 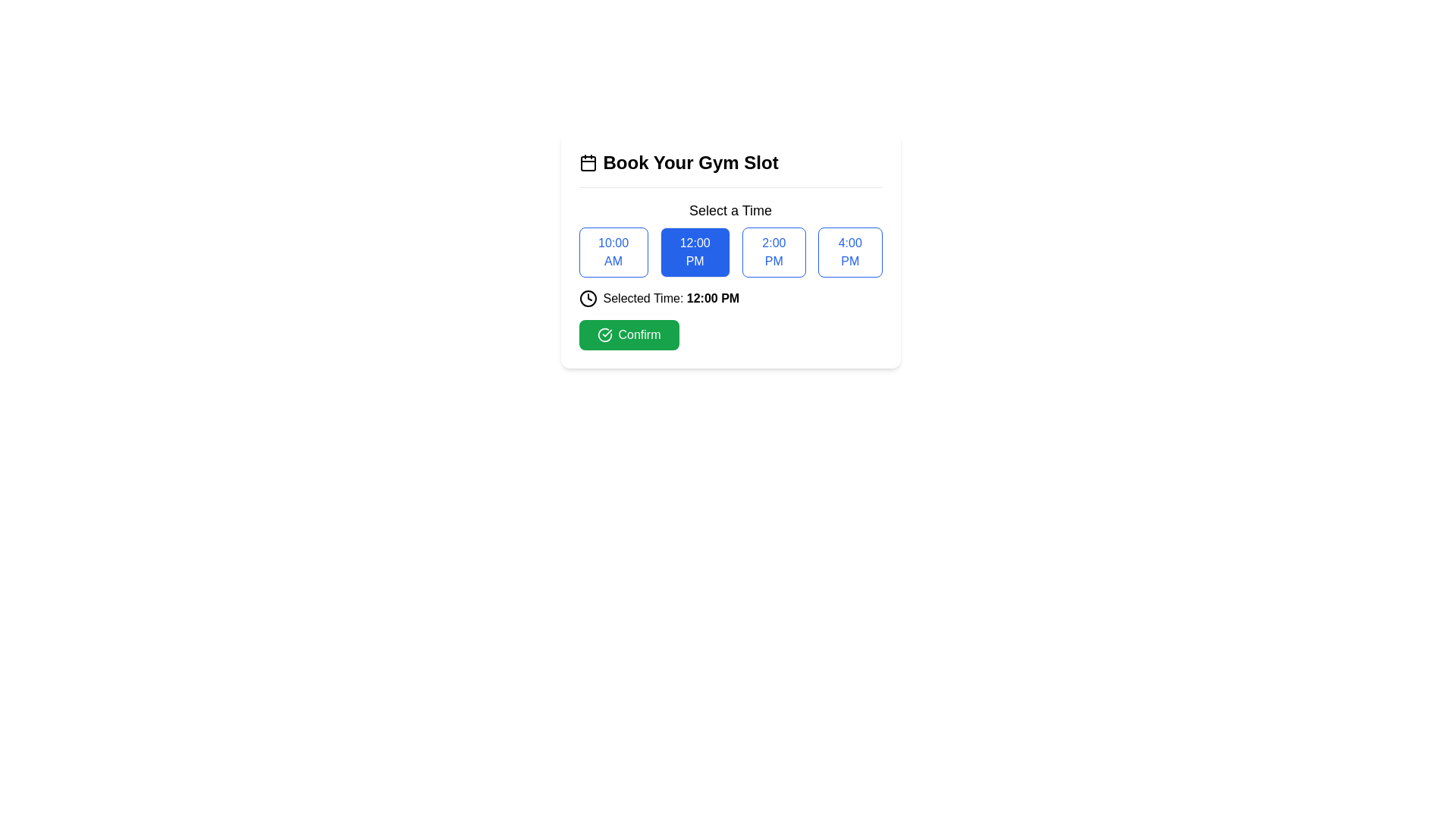 I want to click on the '10:00 AM' button, which is a rectangular button with rounded corners, containing blue text and a blue border, located at the far left of the time slot buttons under the 'Select a Time' header, so click(x=613, y=251).